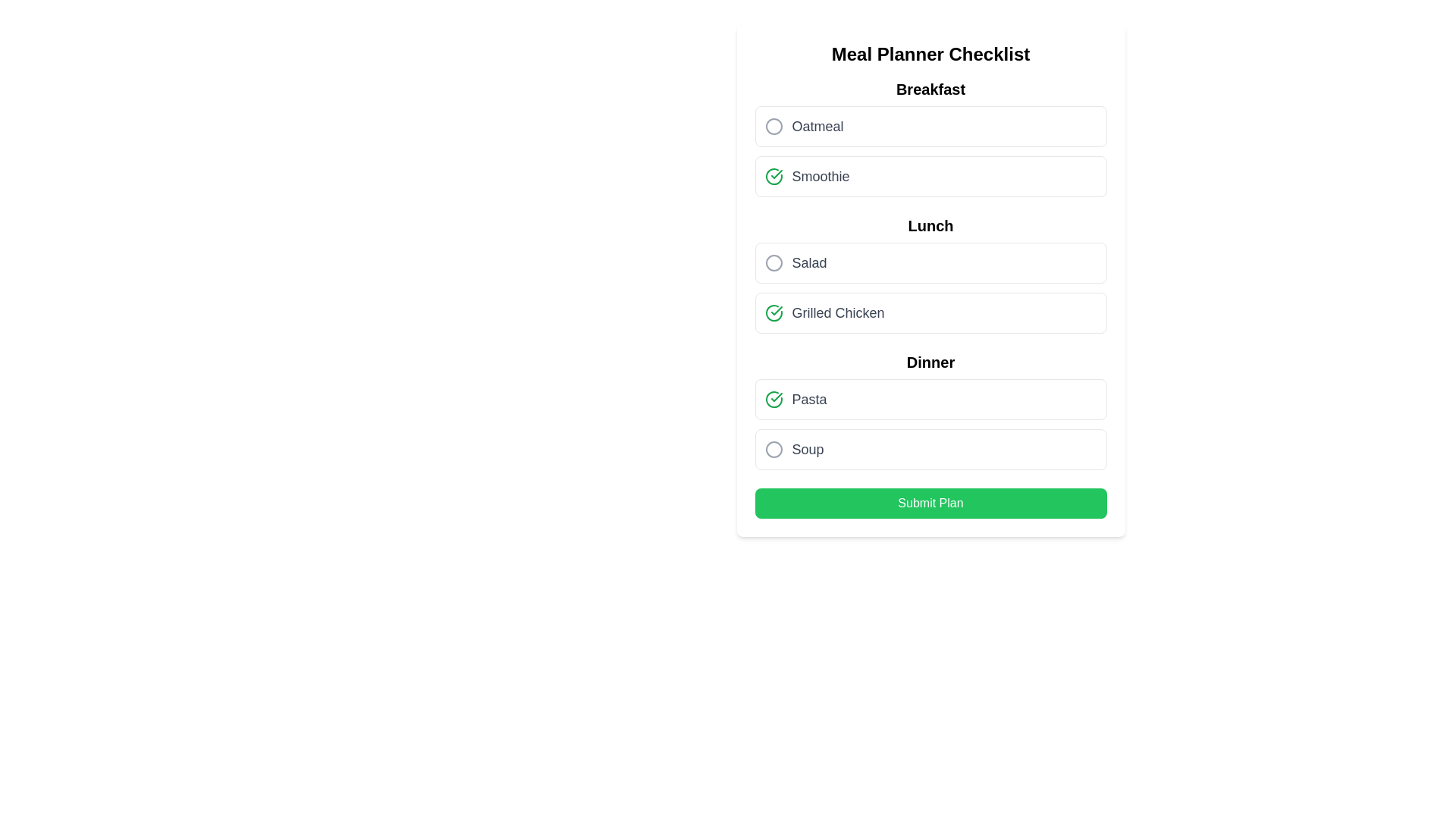 The width and height of the screenshot is (1456, 819). Describe the element at coordinates (930, 175) in the screenshot. I see `the Interactive selection item representing 'Smoothie' in the Breakfast section of the Meal Planner Checklist` at that location.